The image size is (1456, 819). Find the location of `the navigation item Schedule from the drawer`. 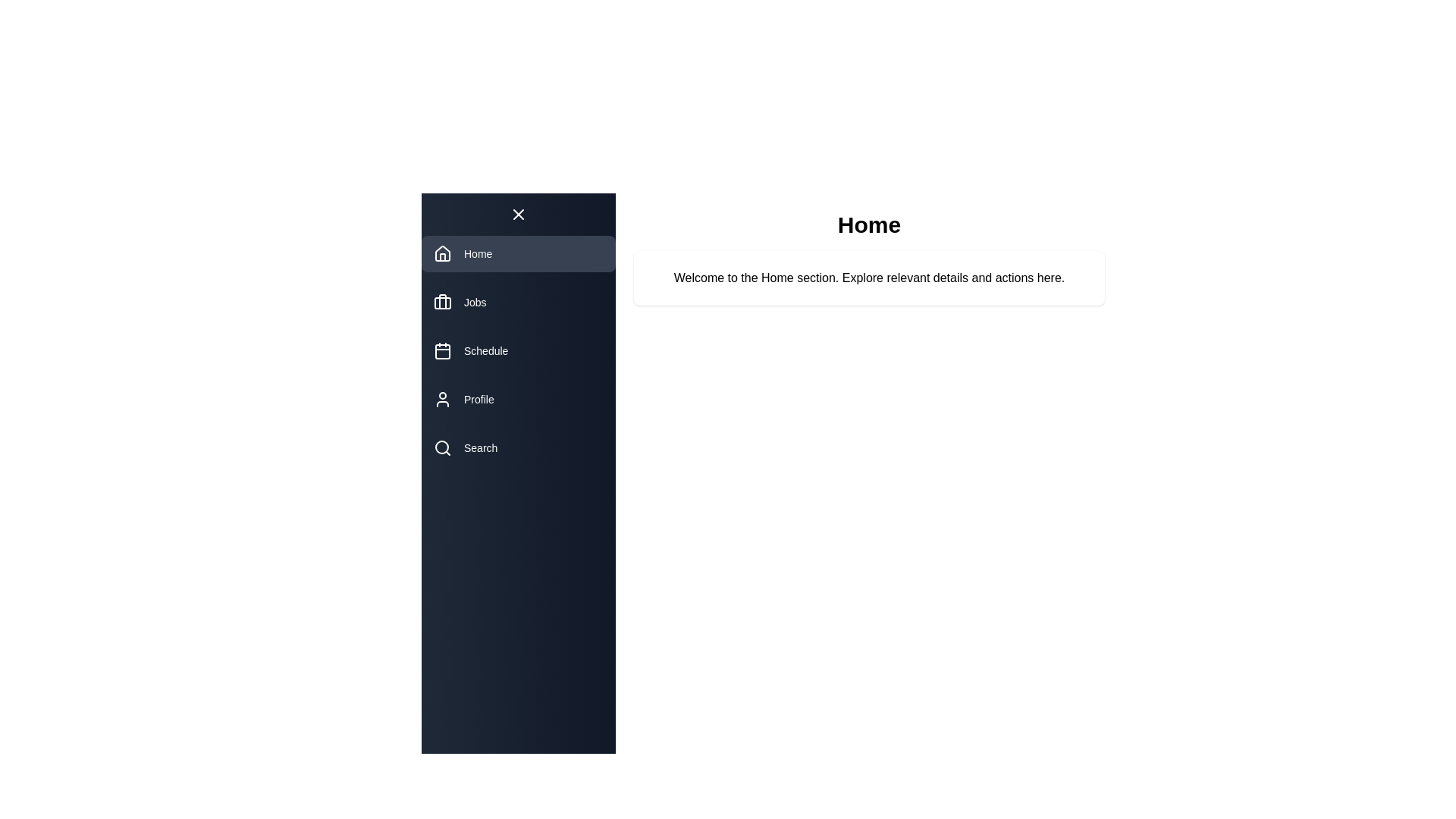

the navigation item Schedule from the drawer is located at coordinates (519, 350).